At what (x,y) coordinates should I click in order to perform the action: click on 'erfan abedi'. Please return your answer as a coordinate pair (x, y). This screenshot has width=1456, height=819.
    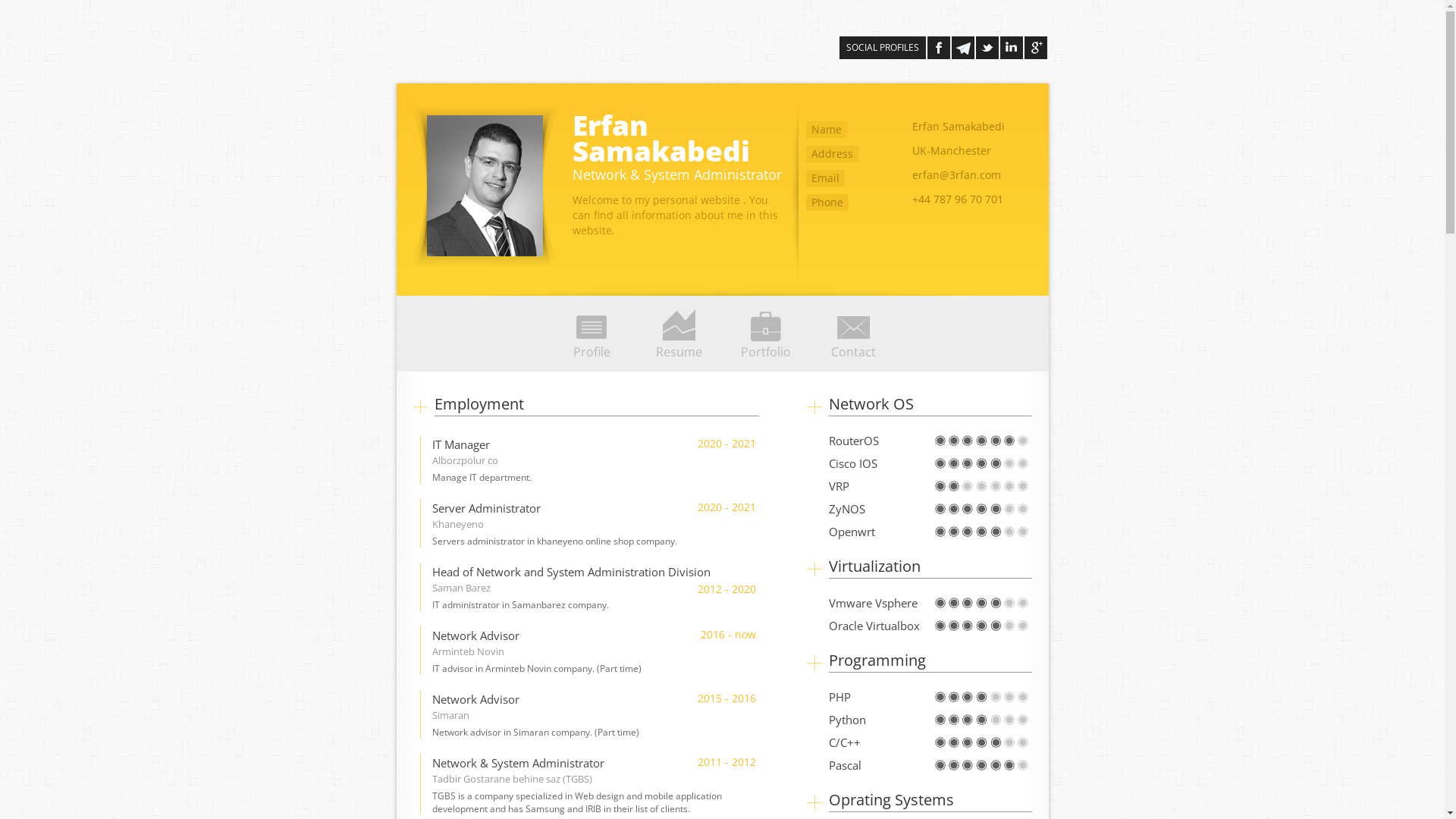
    Looking at the image, I should click on (483, 185).